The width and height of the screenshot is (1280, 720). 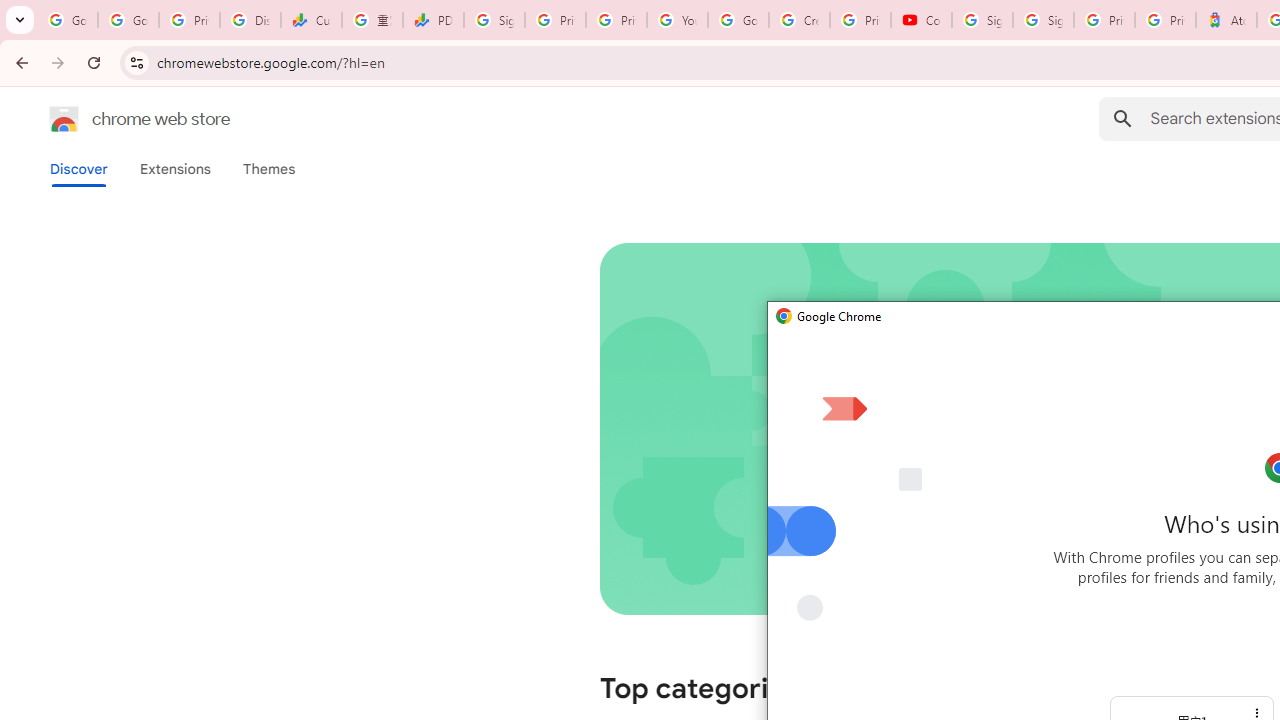 I want to click on 'Themes', so click(x=268, y=168).